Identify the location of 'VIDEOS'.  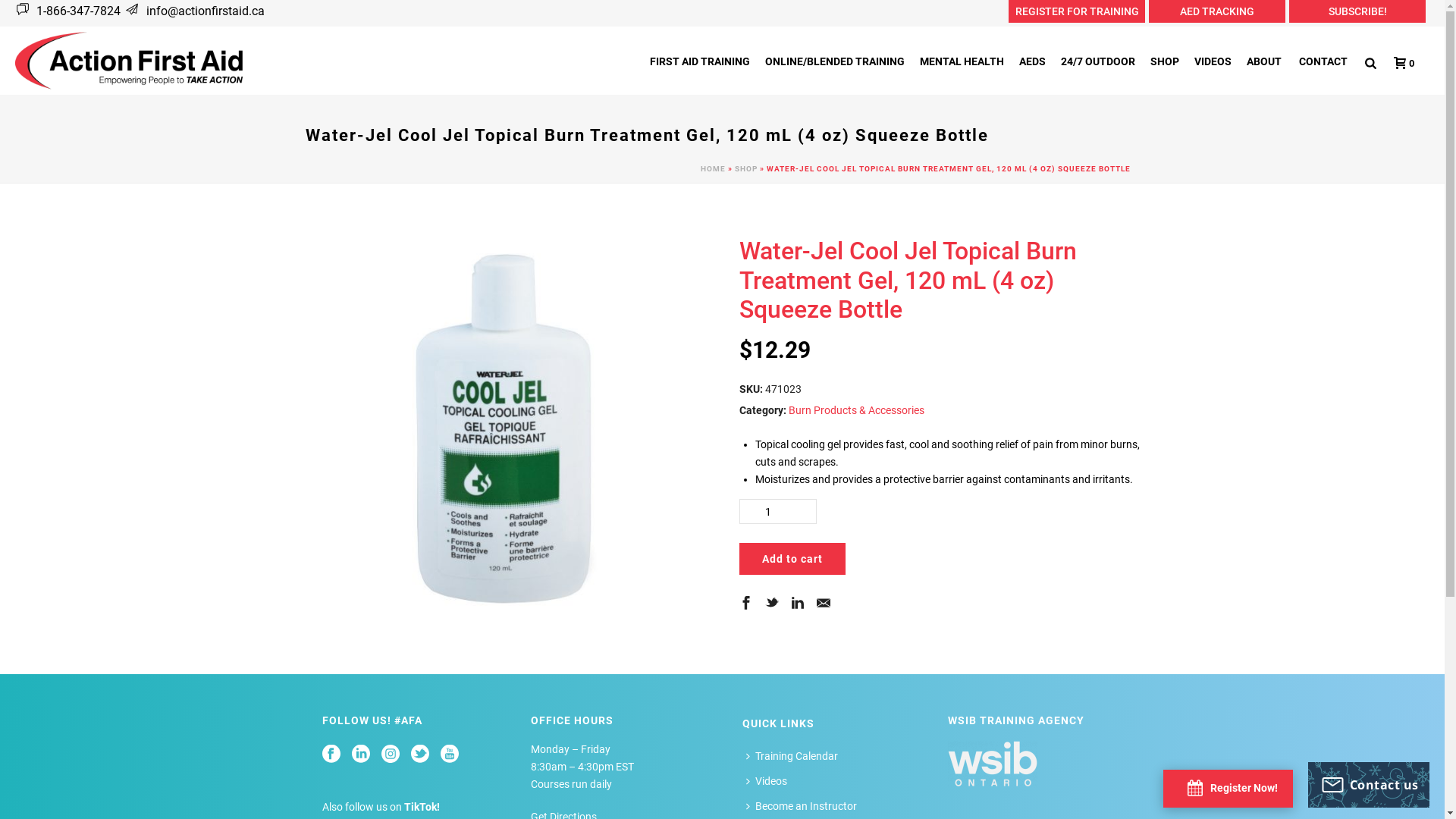
(1212, 61).